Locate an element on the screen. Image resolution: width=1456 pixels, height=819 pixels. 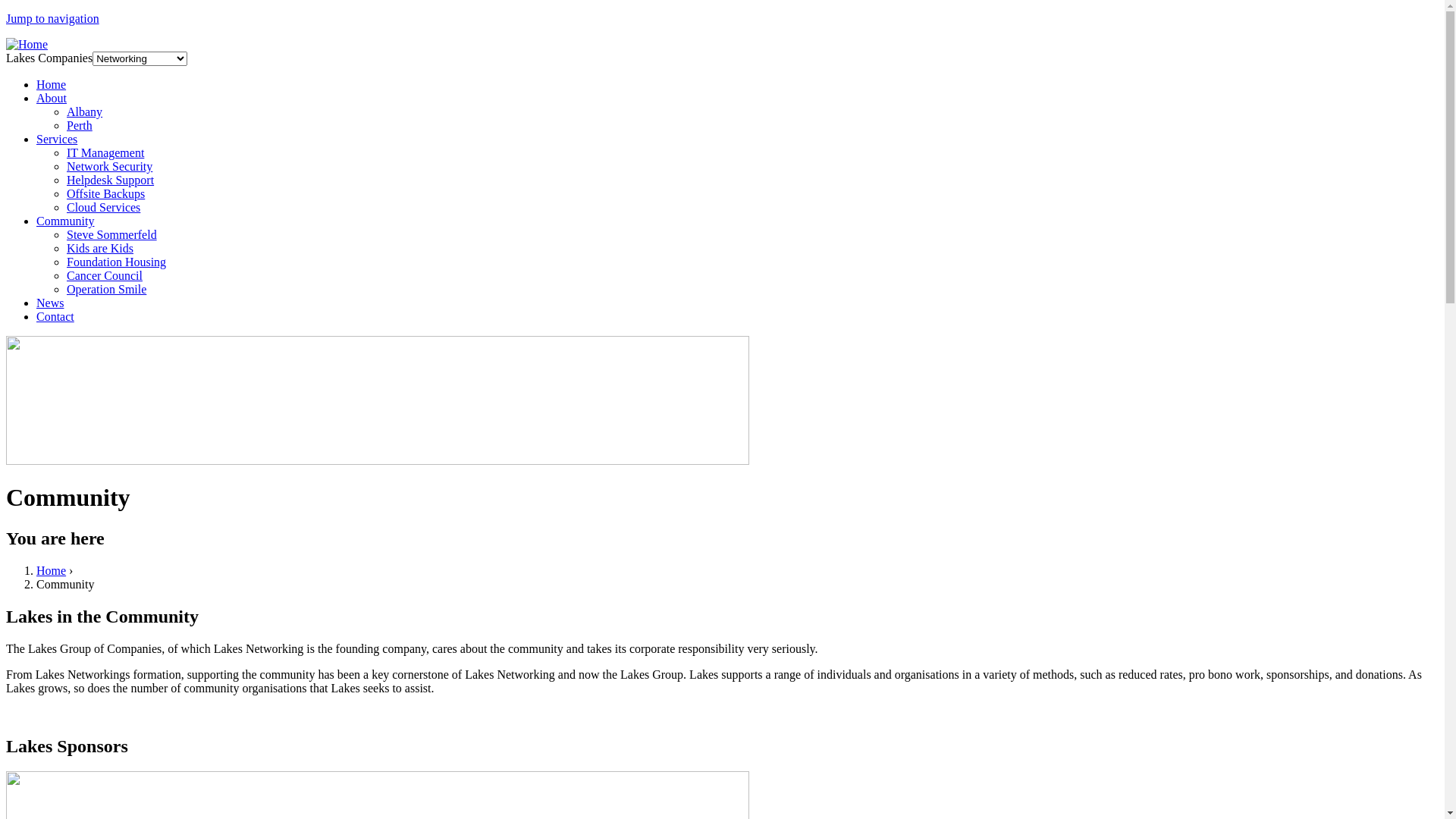
'Operation Smile' is located at coordinates (65, 289).